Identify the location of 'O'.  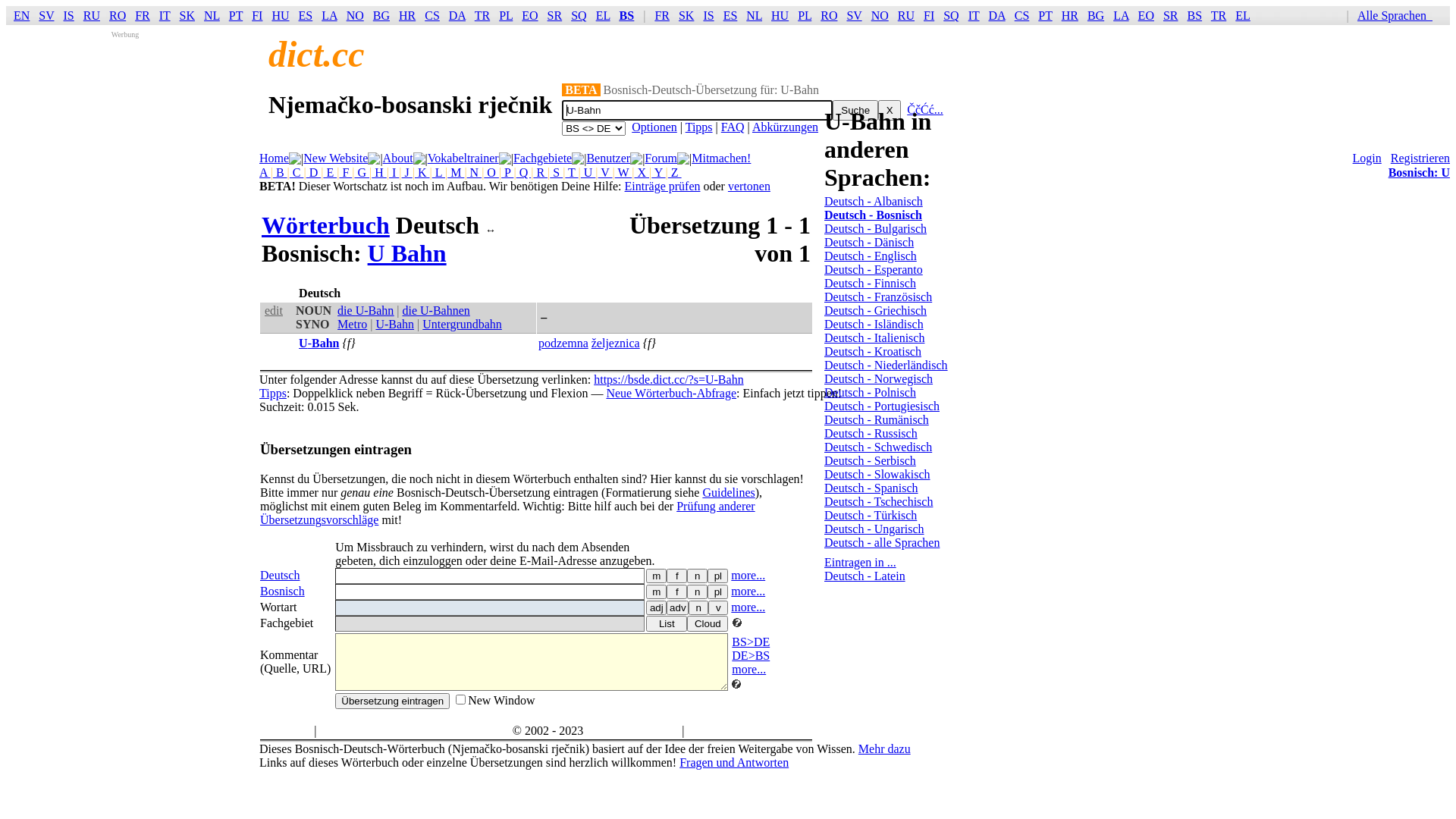
(491, 171).